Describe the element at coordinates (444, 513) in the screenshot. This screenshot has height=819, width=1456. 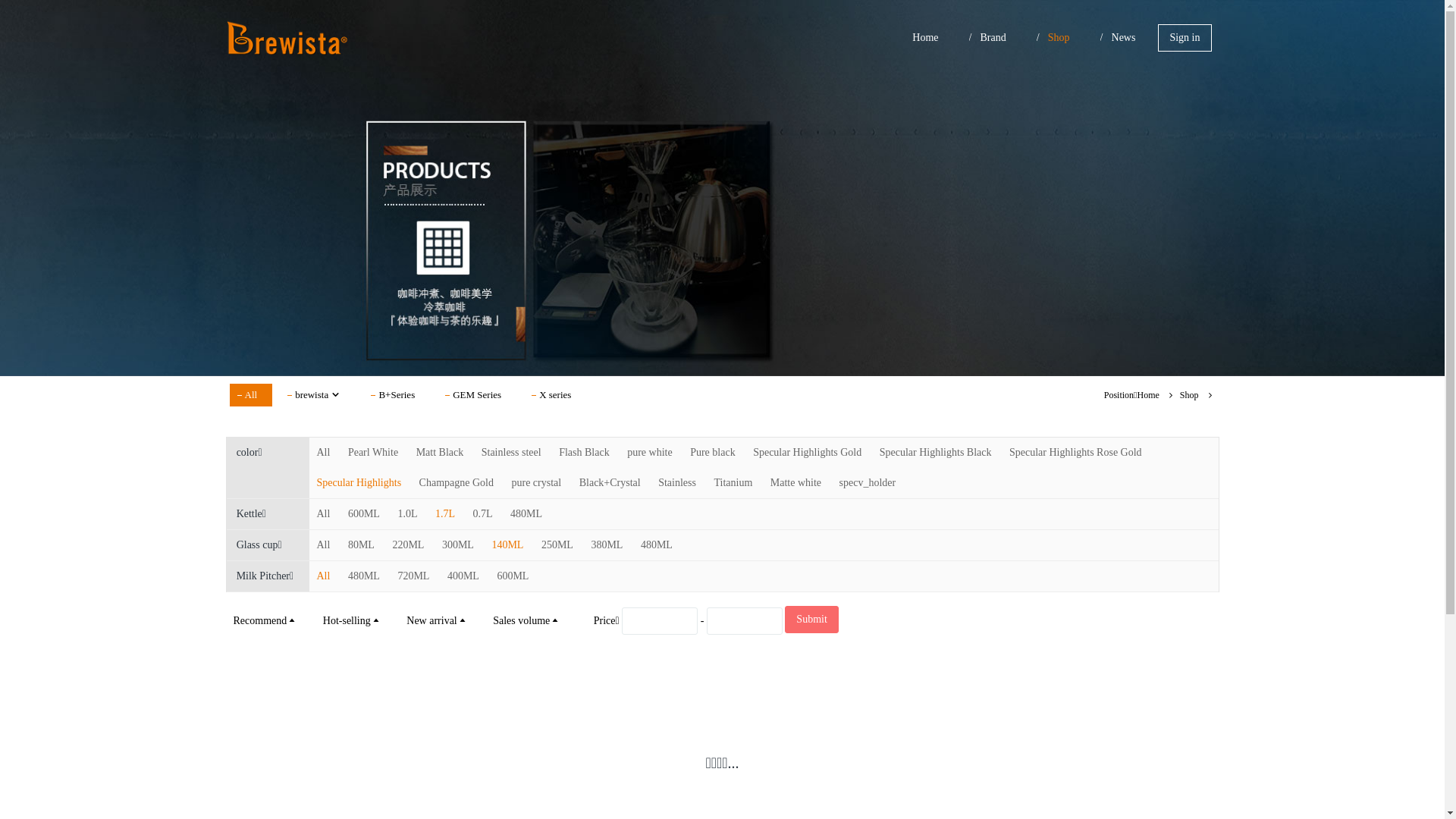
I see `'1.7L'` at that location.